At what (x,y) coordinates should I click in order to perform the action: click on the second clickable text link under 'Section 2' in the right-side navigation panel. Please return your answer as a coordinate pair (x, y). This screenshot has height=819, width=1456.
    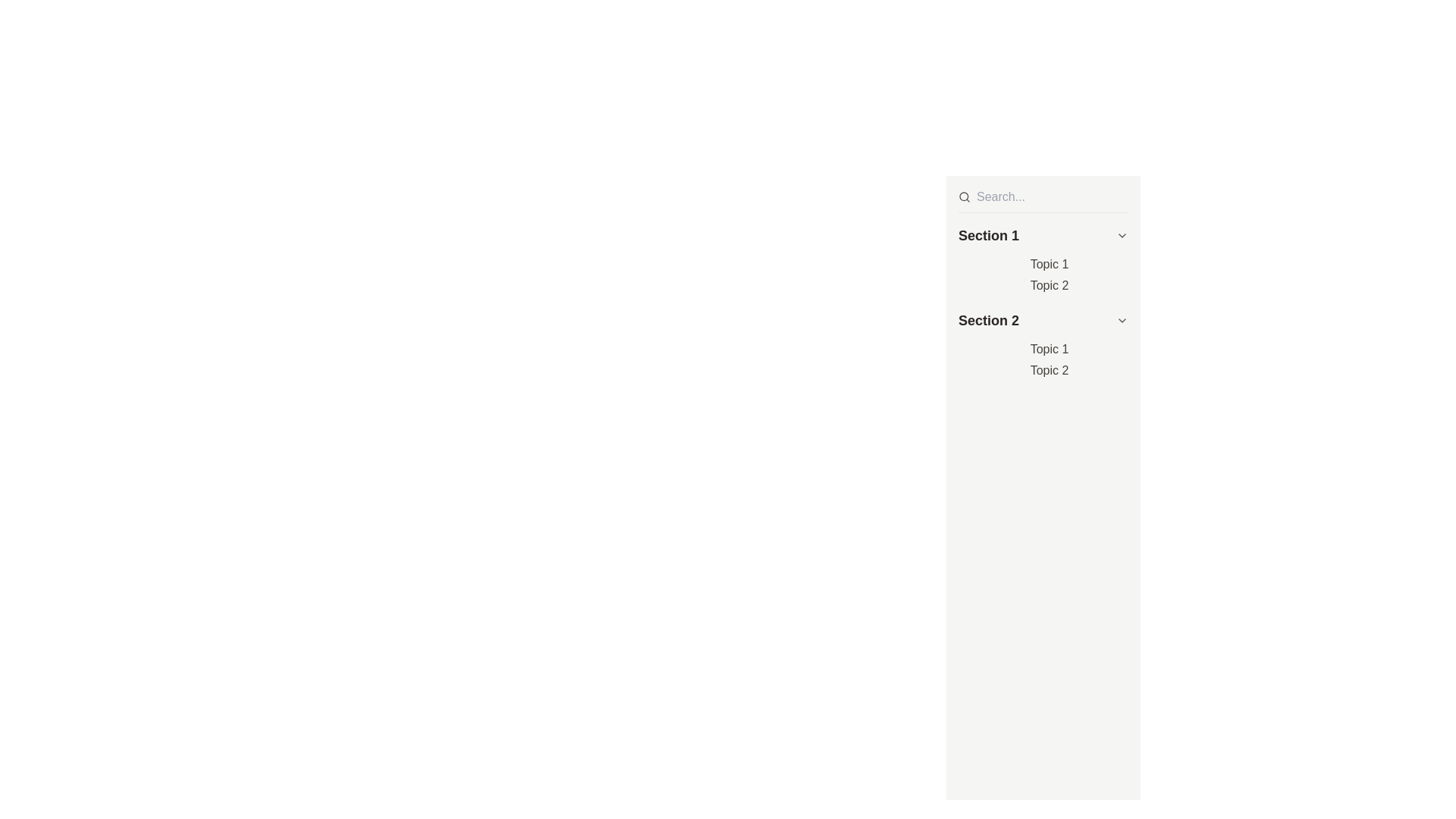
    Looking at the image, I should click on (1048, 371).